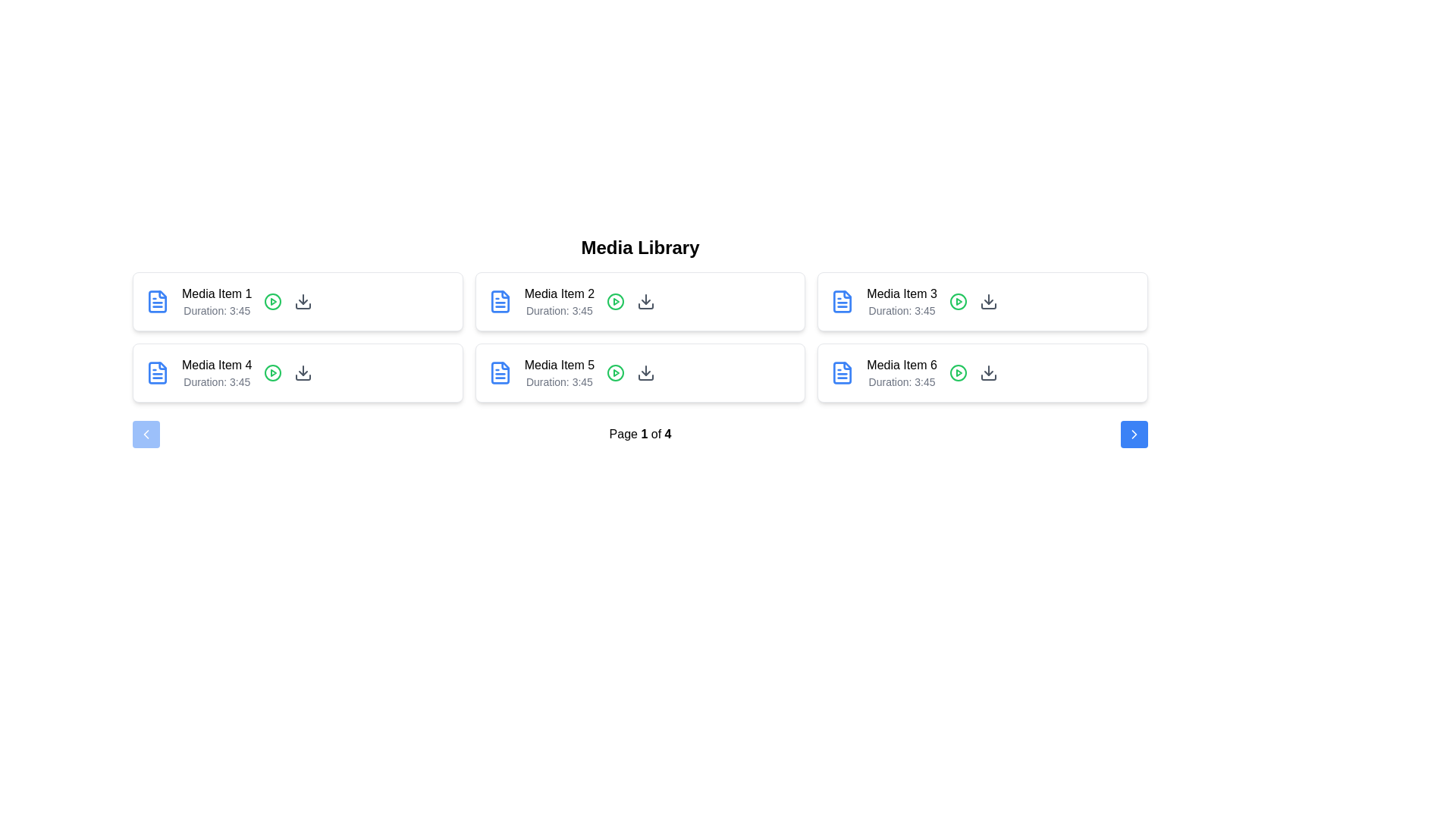 The image size is (1456, 819). I want to click on the play button for 'Media Item 2', so click(616, 301).